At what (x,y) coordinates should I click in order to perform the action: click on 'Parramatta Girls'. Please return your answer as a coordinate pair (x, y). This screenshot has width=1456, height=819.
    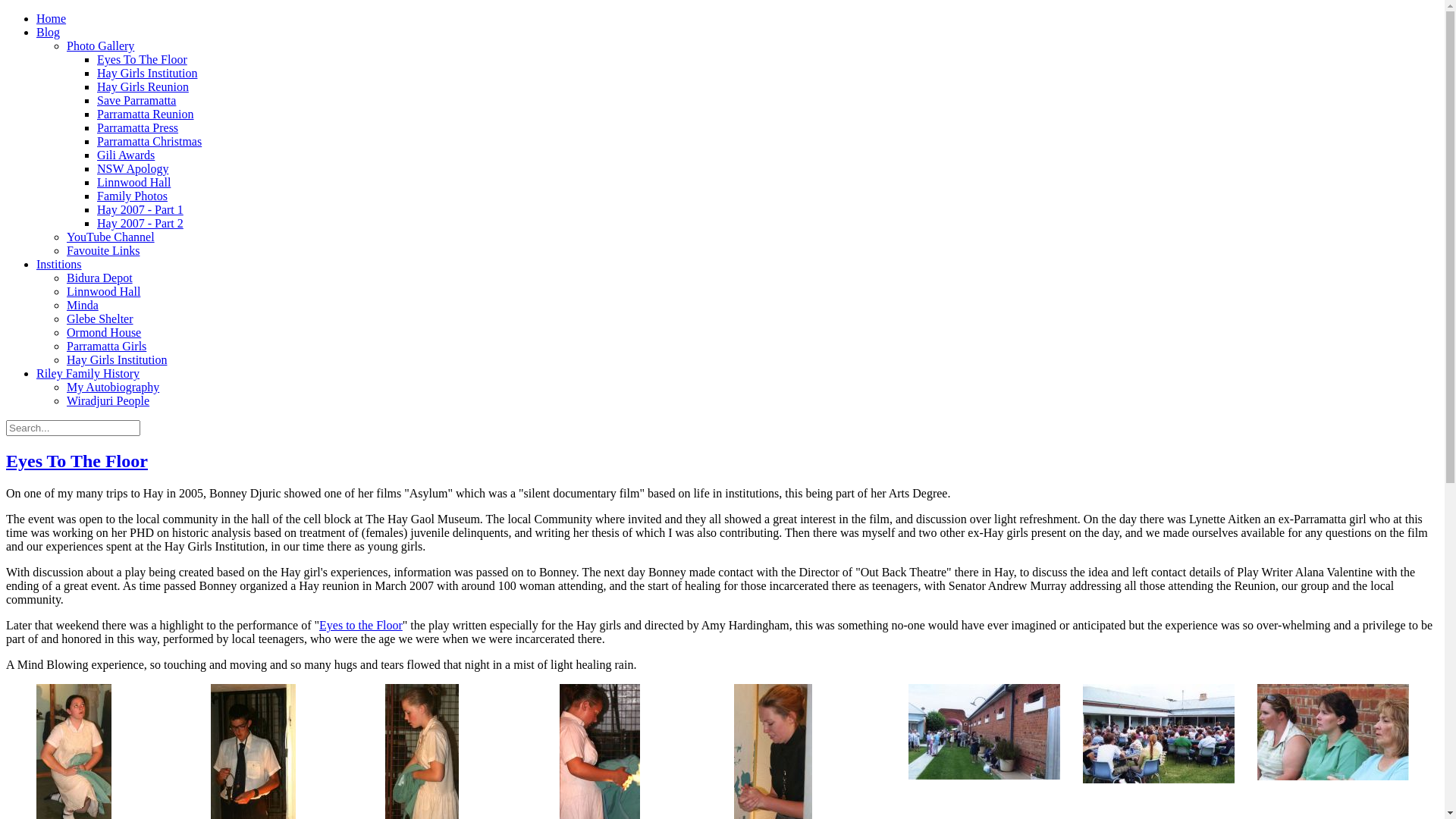
    Looking at the image, I should click on (105, 346).